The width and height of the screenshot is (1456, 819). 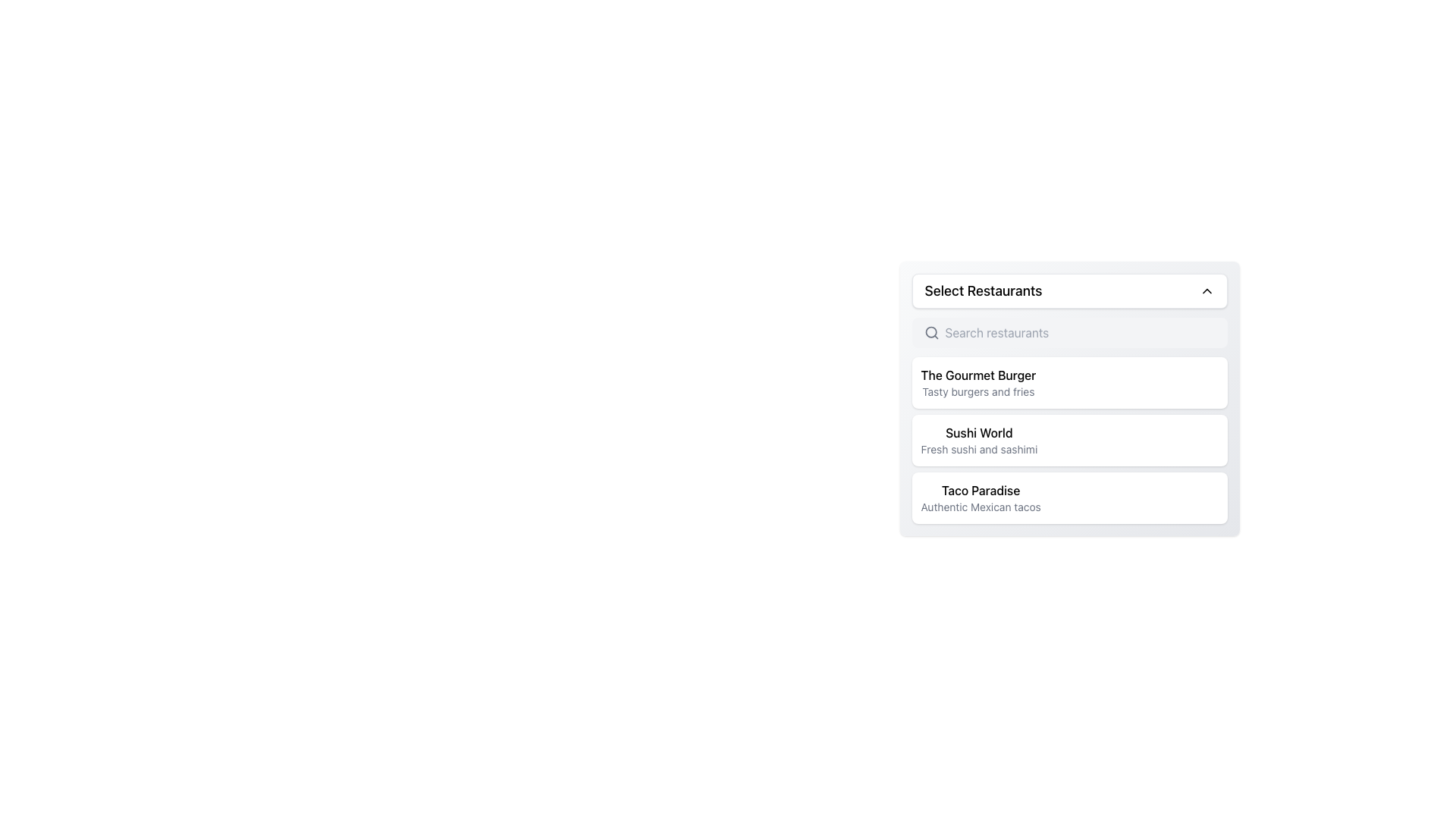 What do you see at coordinates (979, 432) in the screenshot?
I see `the bold text label stating 'Sushi World' located at the top of its containing card, positioned between 'The Gourmet Burger' and 'Taco Paradise'` at bounding box center [979, 432].